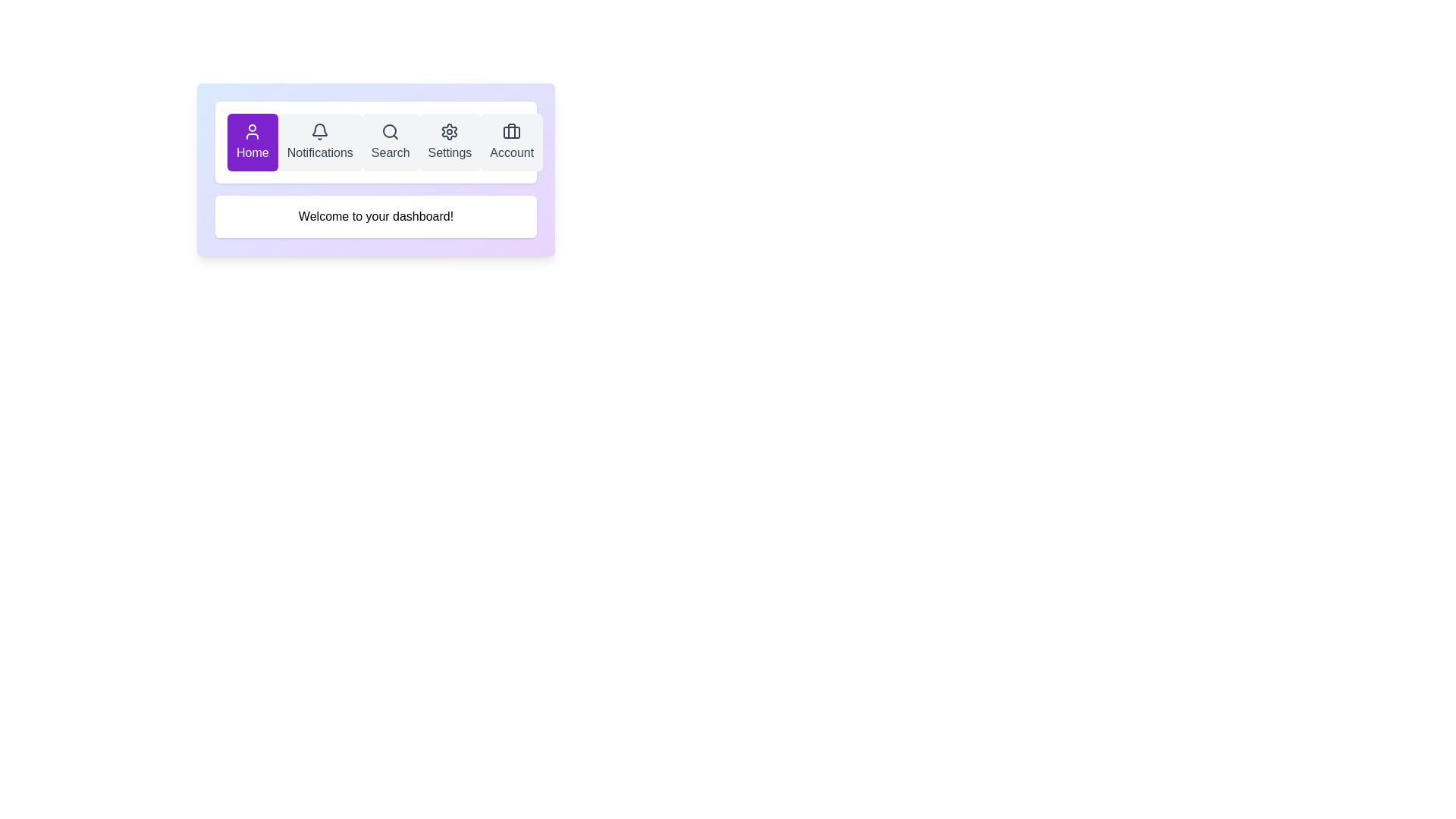 The image size is (1456, 819). I want to click on the Settings icon, which is the fourth element from the left, so click(449, 130).